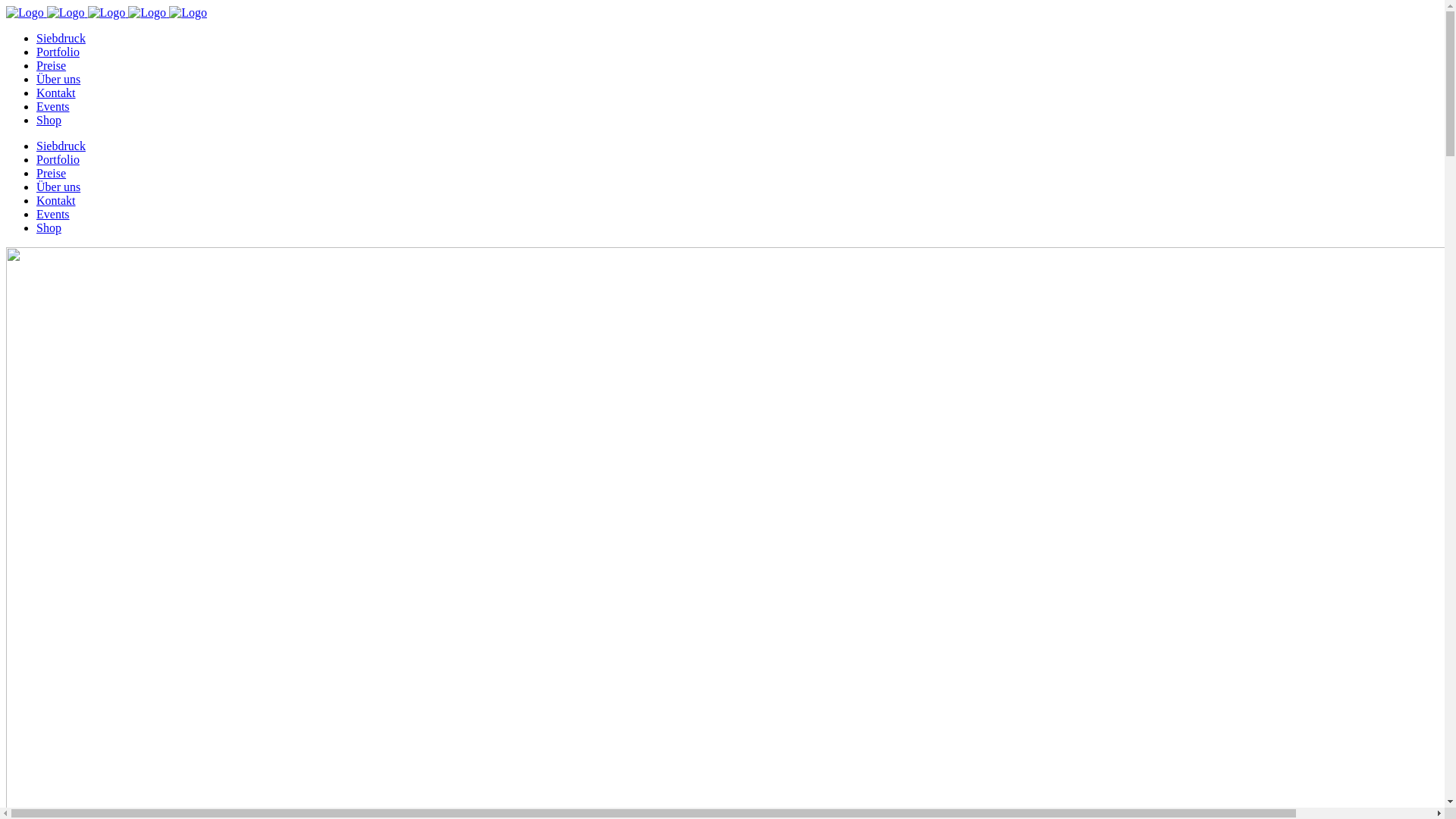  I want to click on 'Shop', so click(36, 227).